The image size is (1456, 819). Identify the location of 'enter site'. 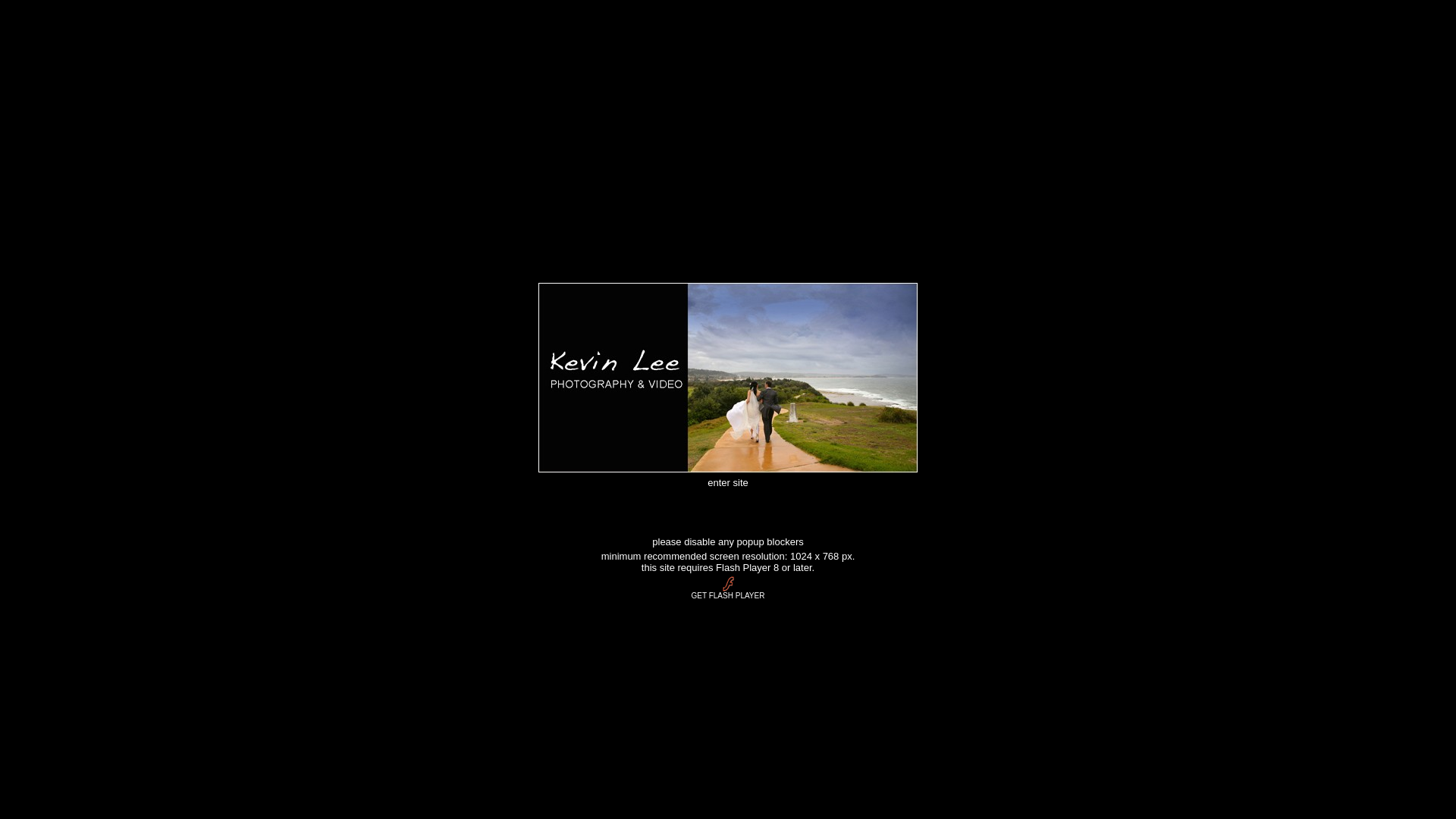
(726, 481).